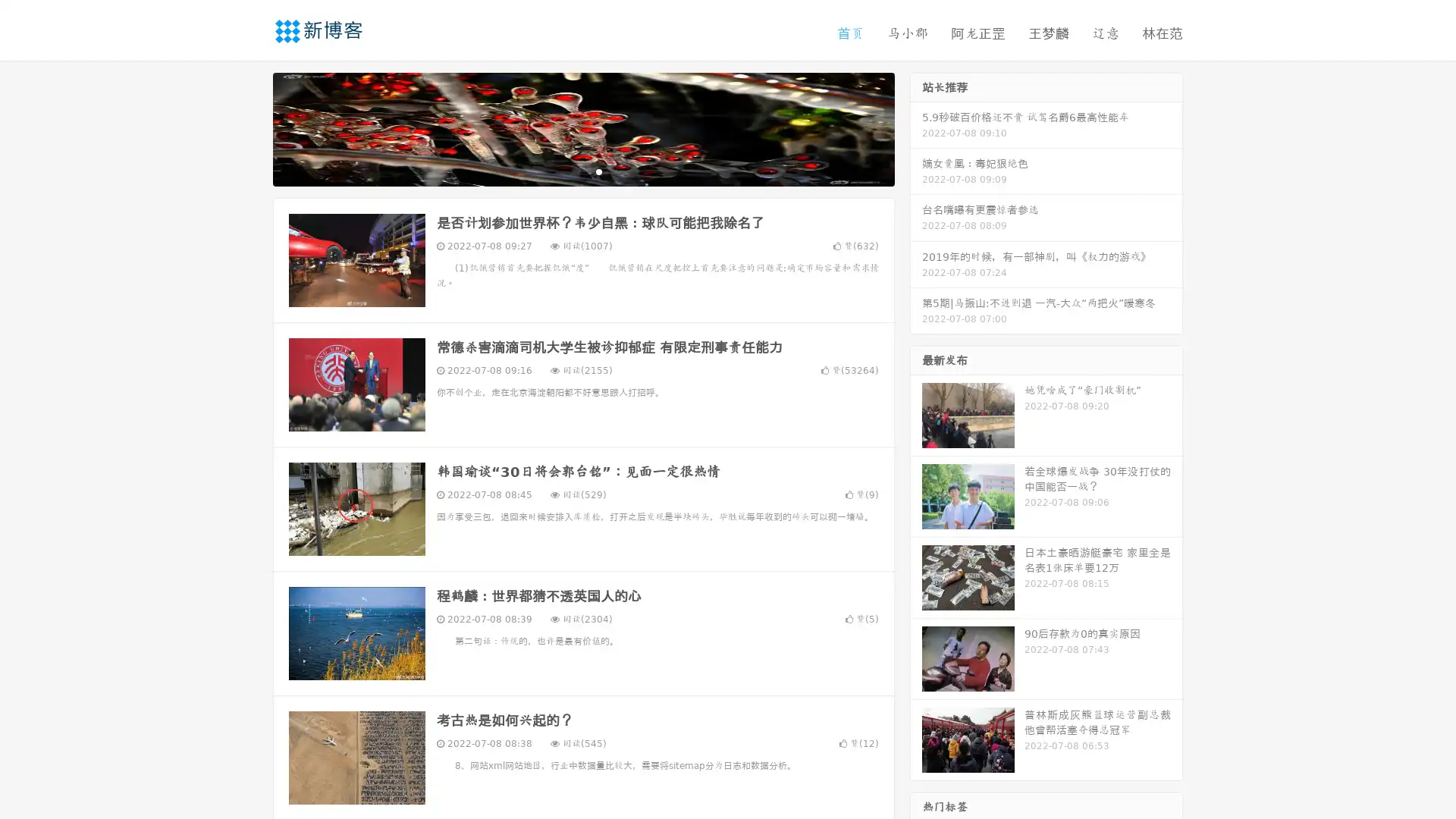 The height and width of the screenshot is (819, 1456). What do you see at coordinates (250, 127) in the screenshot?
I see `Previous slide` at bounding box center [250, 127].